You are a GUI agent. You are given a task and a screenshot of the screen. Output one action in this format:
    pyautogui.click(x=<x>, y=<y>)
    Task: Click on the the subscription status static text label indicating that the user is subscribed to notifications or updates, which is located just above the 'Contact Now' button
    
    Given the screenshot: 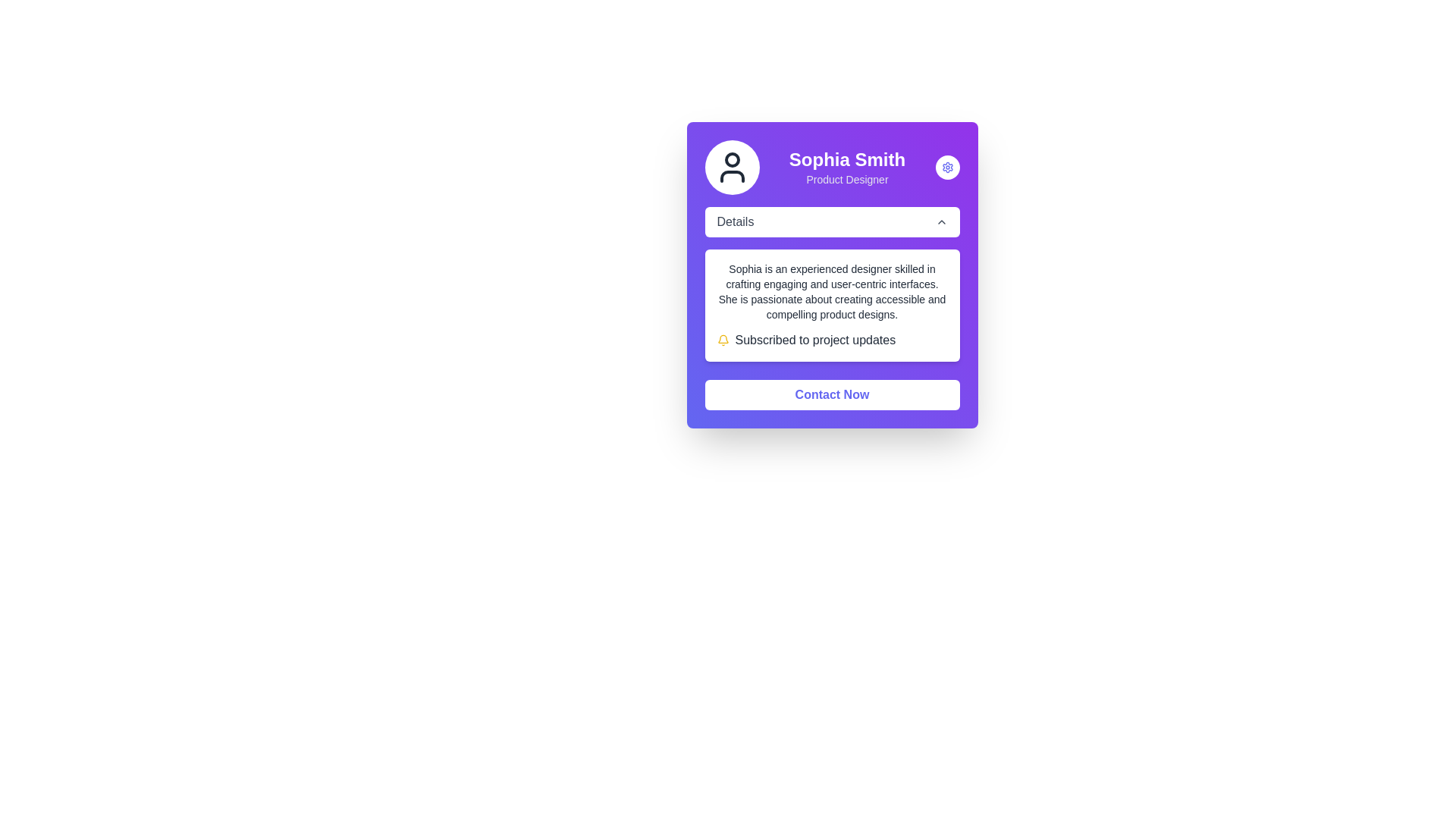 What is the action you would take?
    pyautogui.click(x=814, y=339)
    